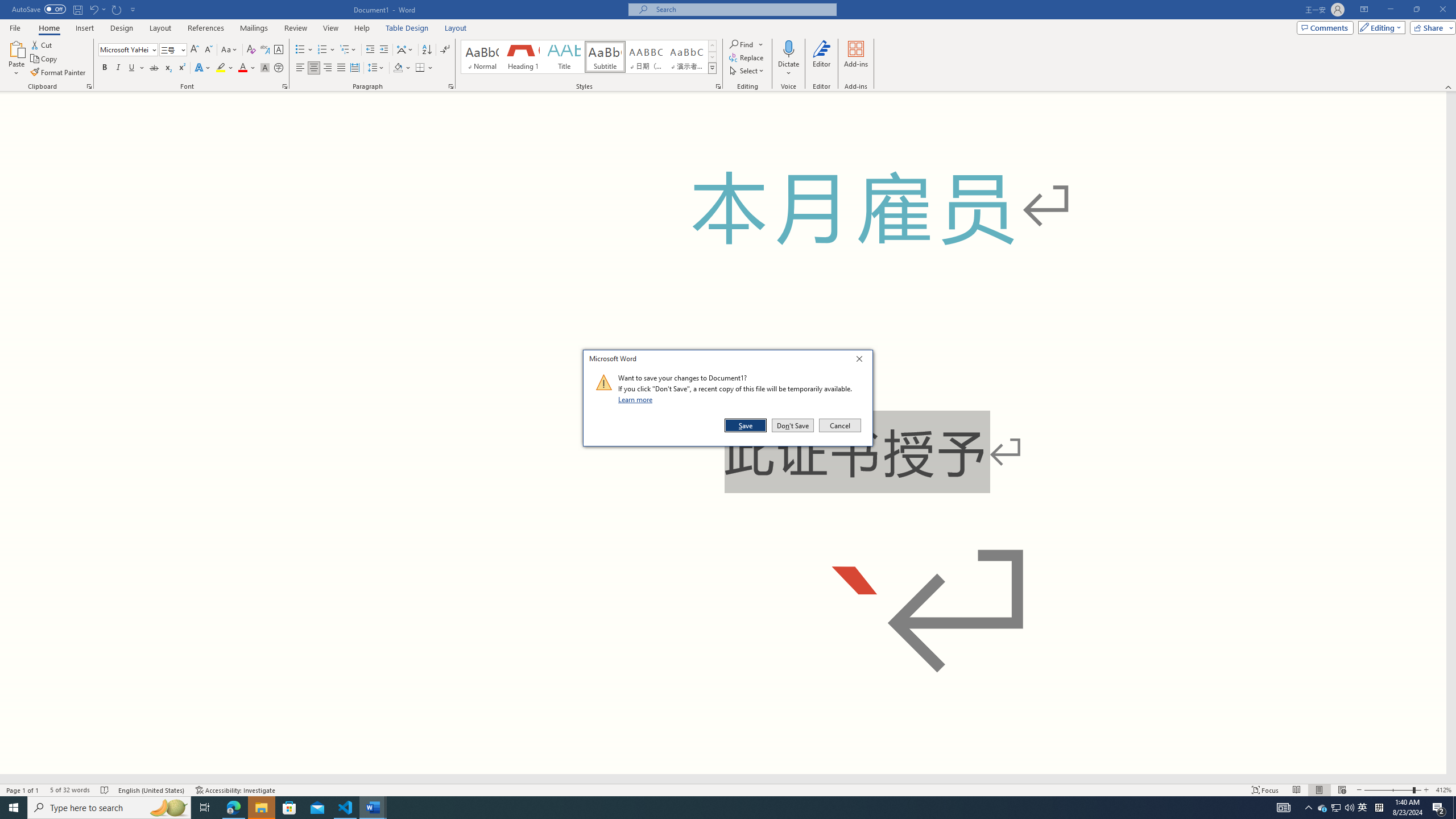 This screenshot has width=1456, height=819. I want to click on 'Grow Font', so click(194, 49).